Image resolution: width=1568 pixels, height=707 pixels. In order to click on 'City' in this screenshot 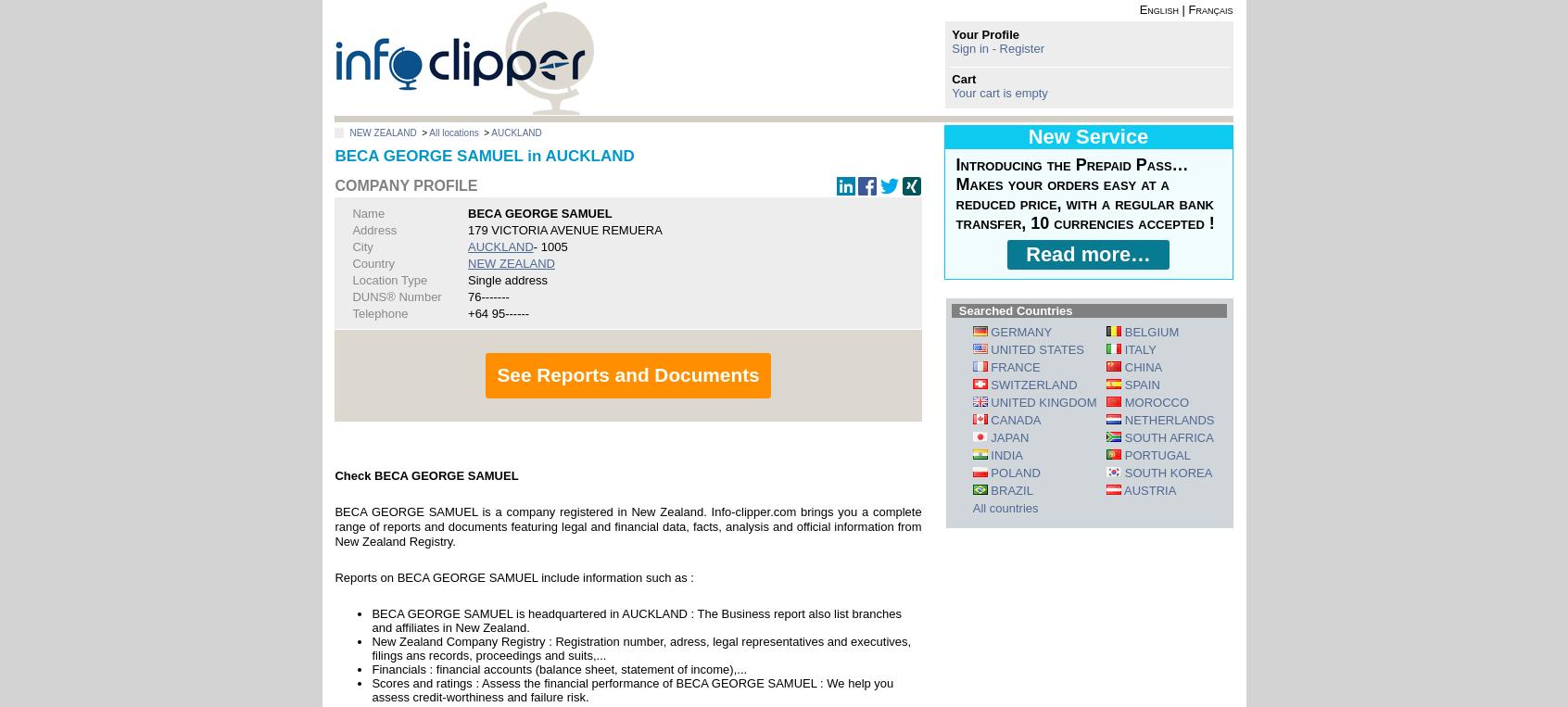, I will do `click(362, 245)`.